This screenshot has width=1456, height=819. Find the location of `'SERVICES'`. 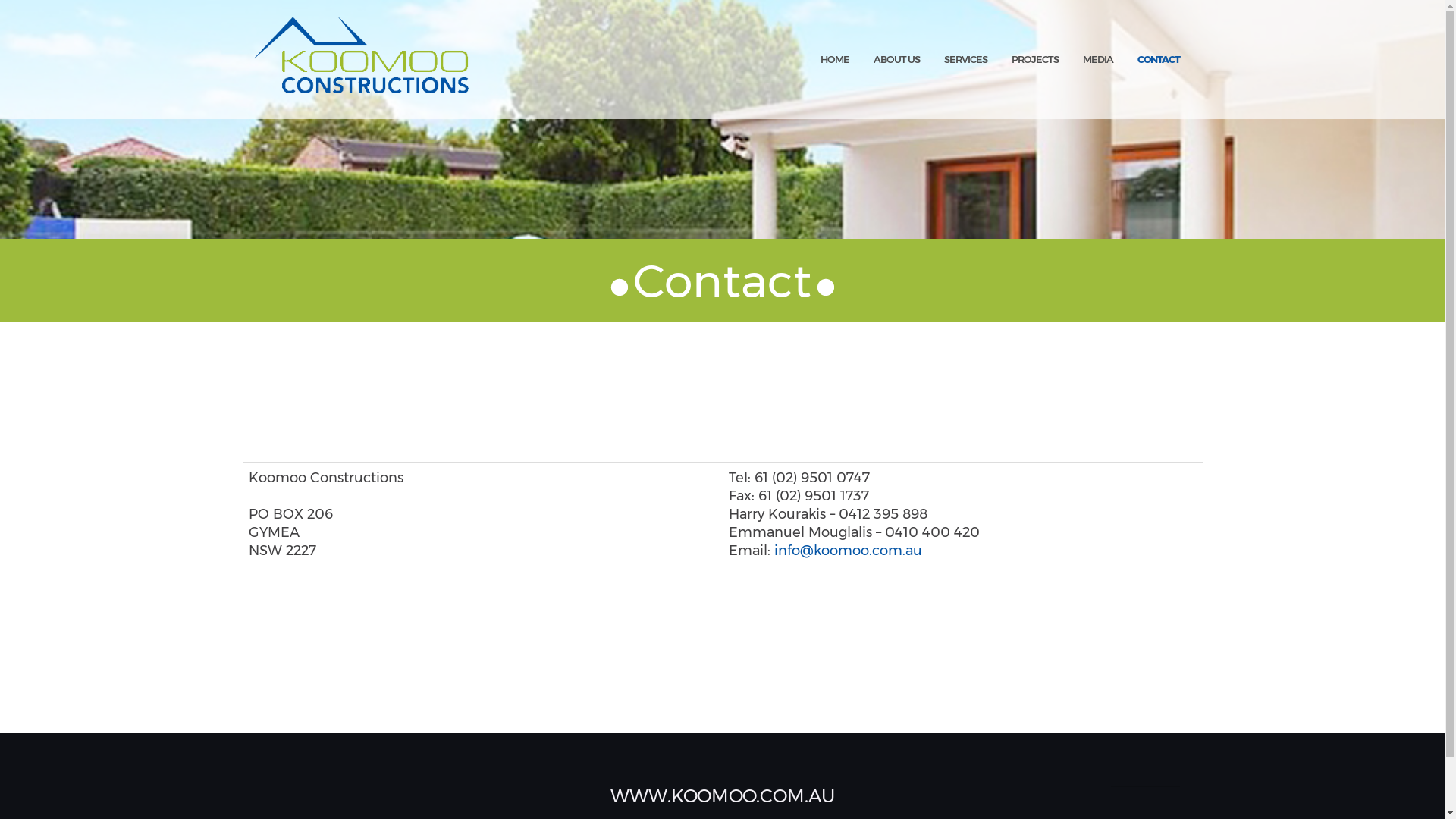

'SERVICES' is located at coordinates (964, 59).